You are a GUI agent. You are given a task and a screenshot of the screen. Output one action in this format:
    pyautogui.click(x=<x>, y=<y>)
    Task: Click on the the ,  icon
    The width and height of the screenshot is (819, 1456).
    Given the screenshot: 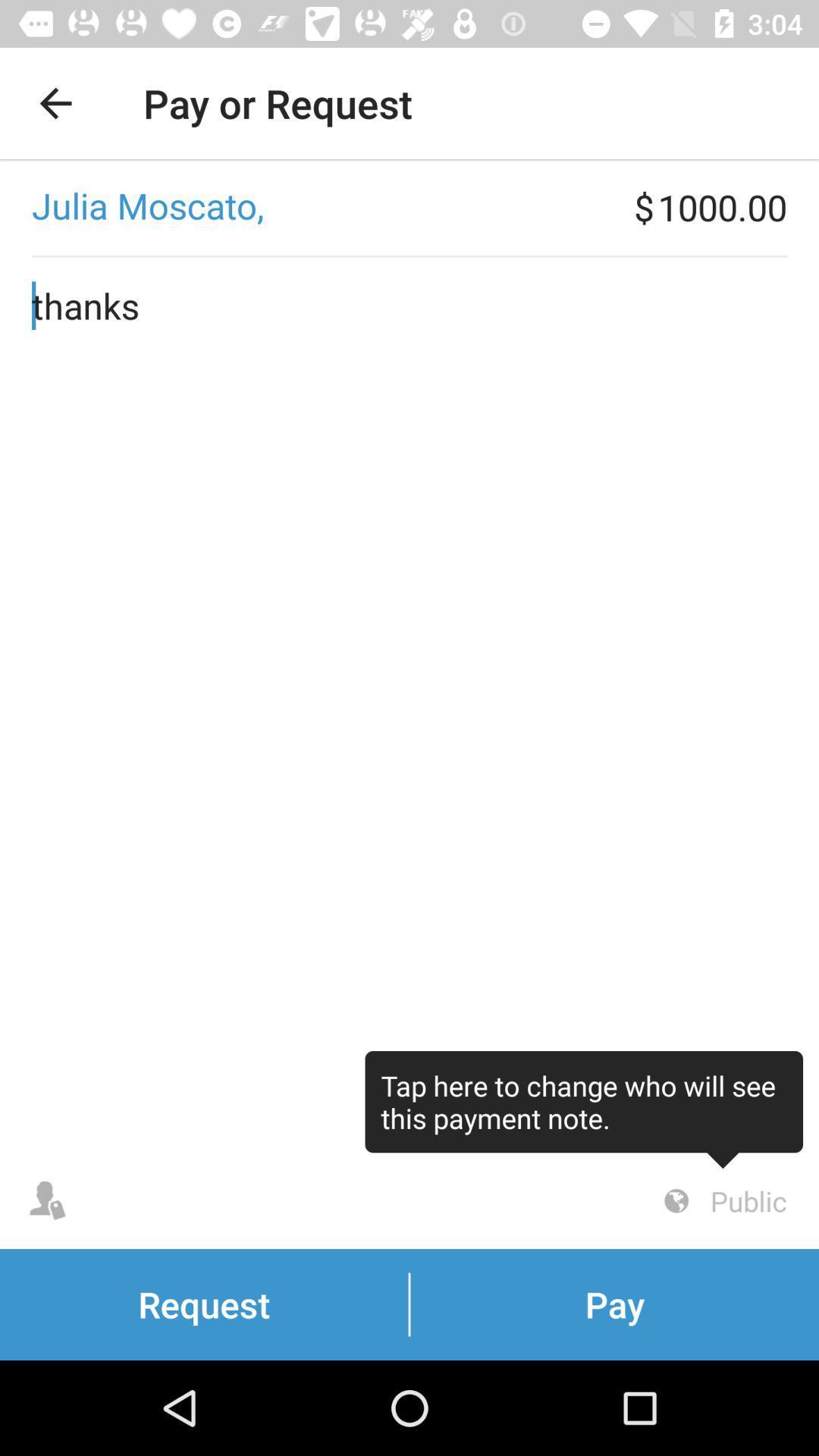 What is the action you would take?
    pyautogui.click(x=316, y=206)
    